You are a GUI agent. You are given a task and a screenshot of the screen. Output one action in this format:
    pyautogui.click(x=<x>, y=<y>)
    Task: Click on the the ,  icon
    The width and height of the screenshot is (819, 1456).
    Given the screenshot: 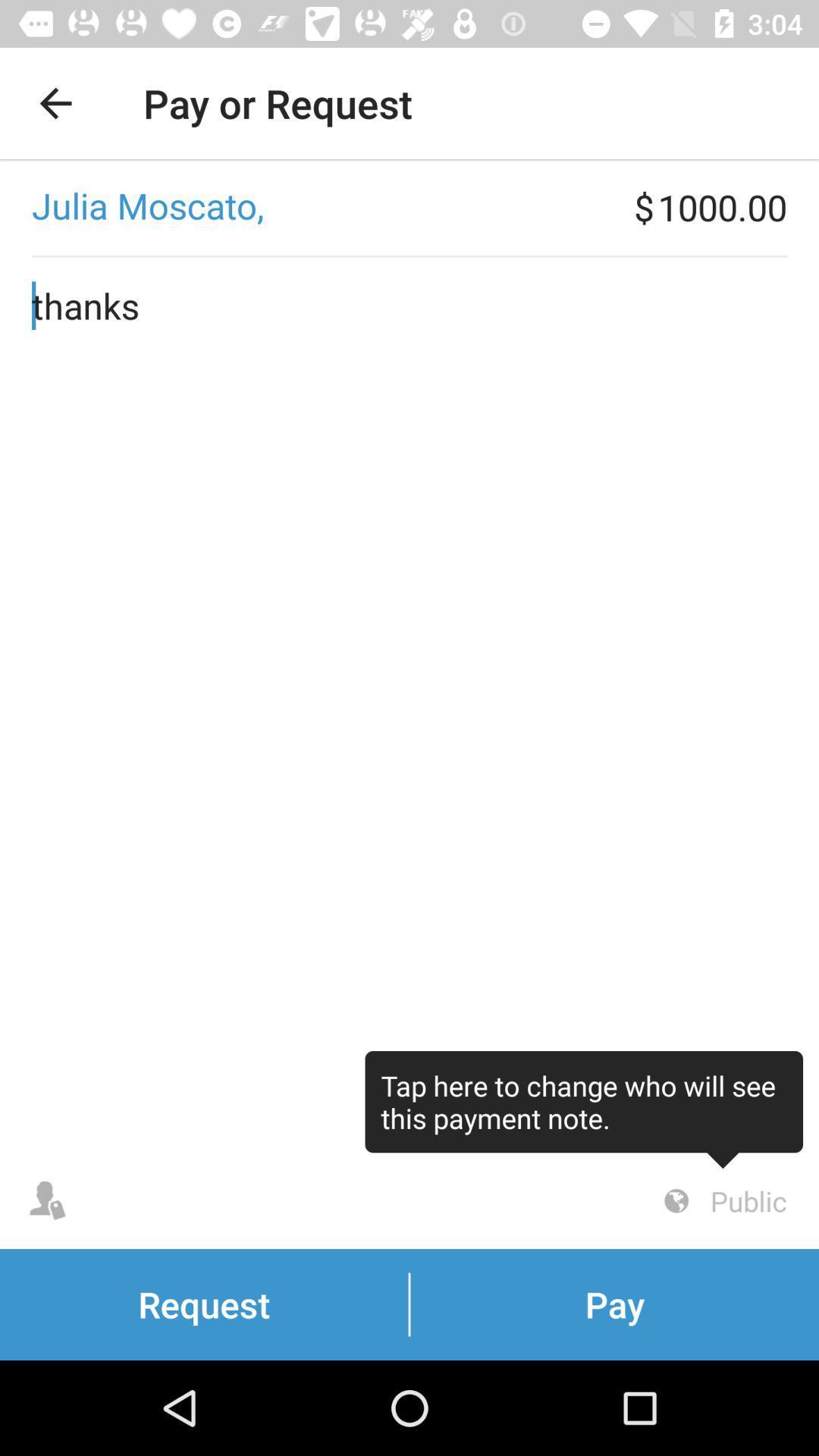 What is the action you would take?
    pyautogui.click(x=316, y=206)
    